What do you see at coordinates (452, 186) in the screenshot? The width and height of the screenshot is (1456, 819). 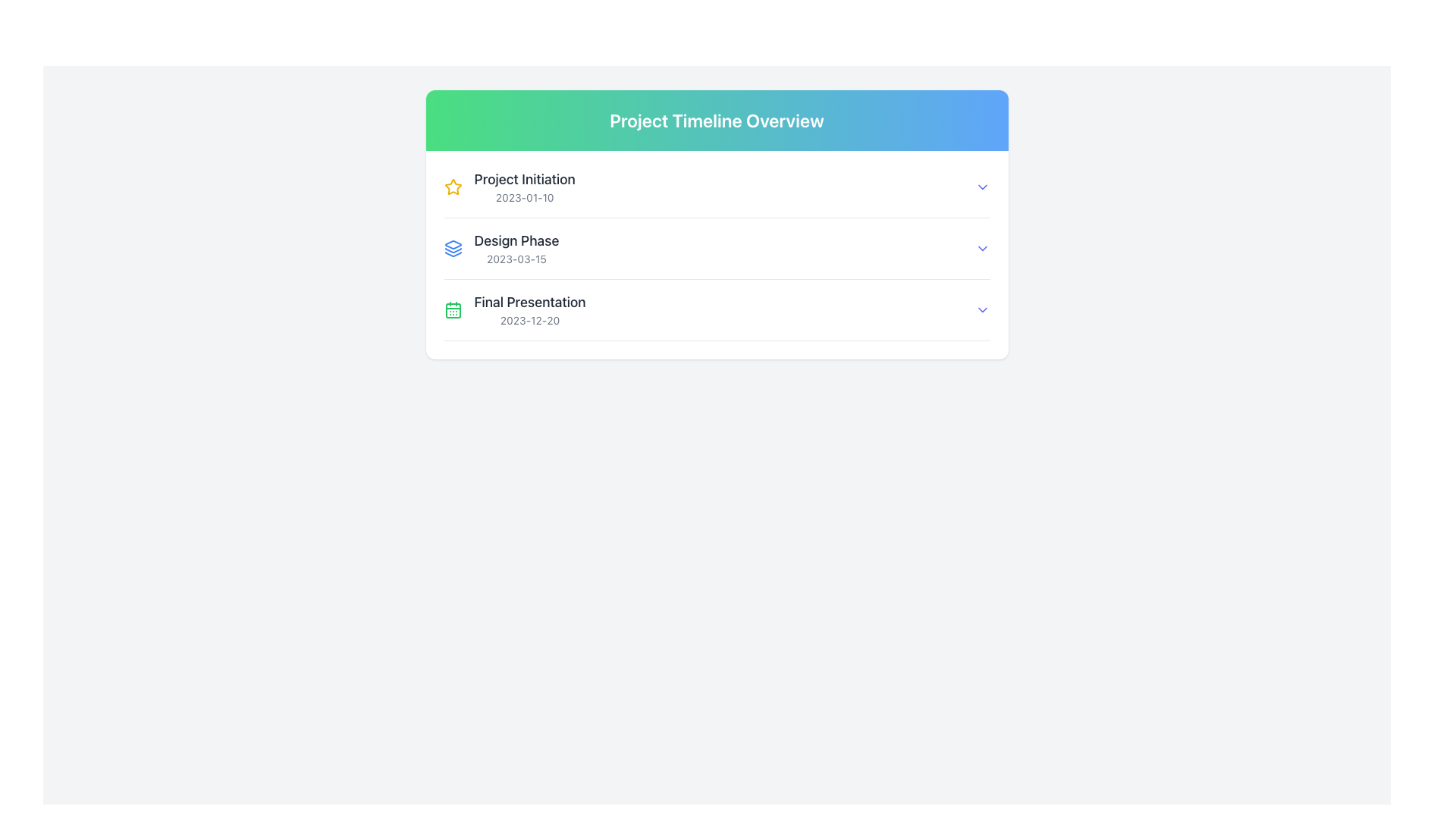 I see `the star-shaped icon with a yellow outline located near the text 'Project Initiation' and the date '2023-01-10'` at bounding box center [452, 186].